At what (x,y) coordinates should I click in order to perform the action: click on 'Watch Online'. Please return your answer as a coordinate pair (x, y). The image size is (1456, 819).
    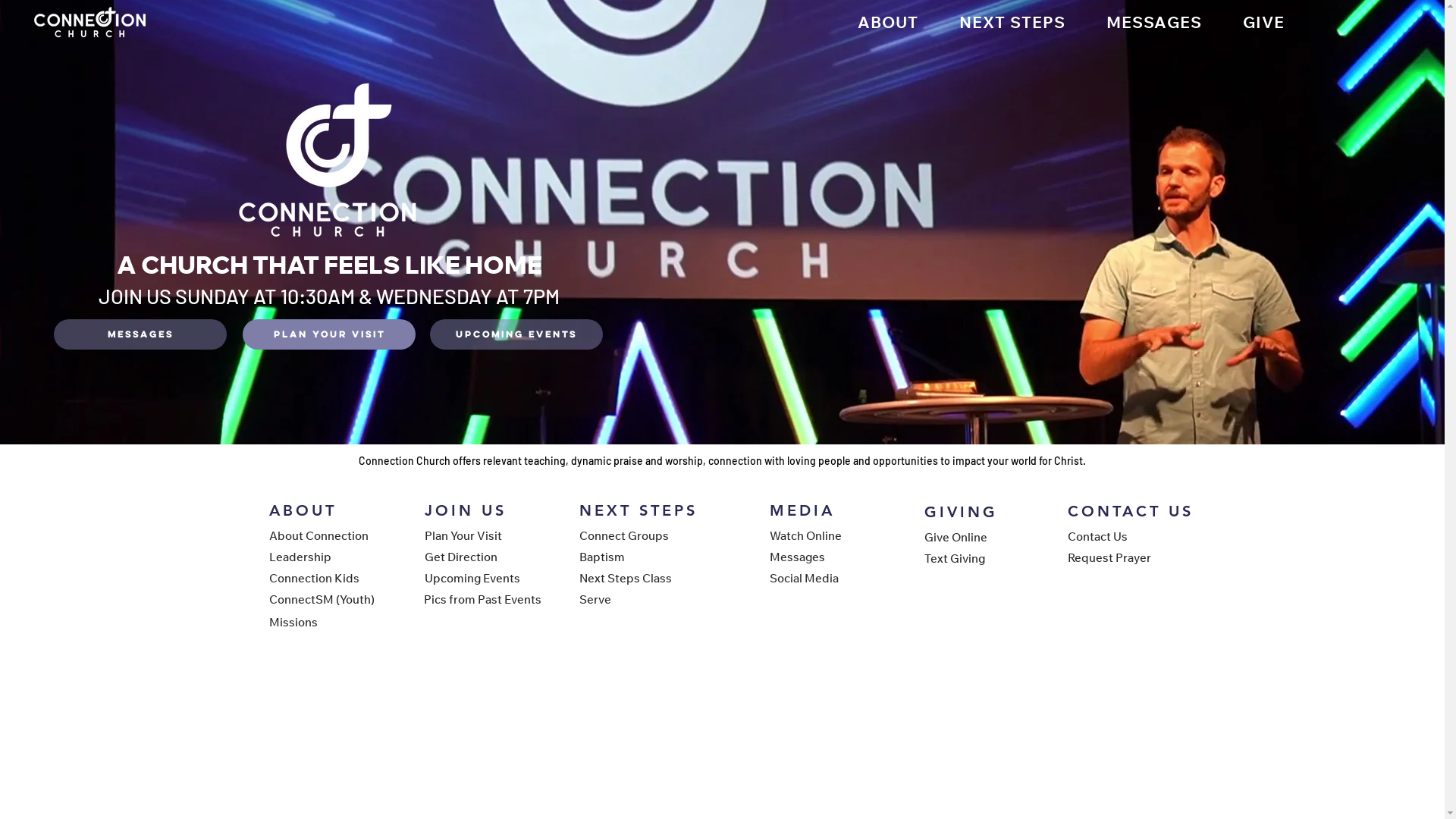
    Looking at the image, I should click on (821, 534).